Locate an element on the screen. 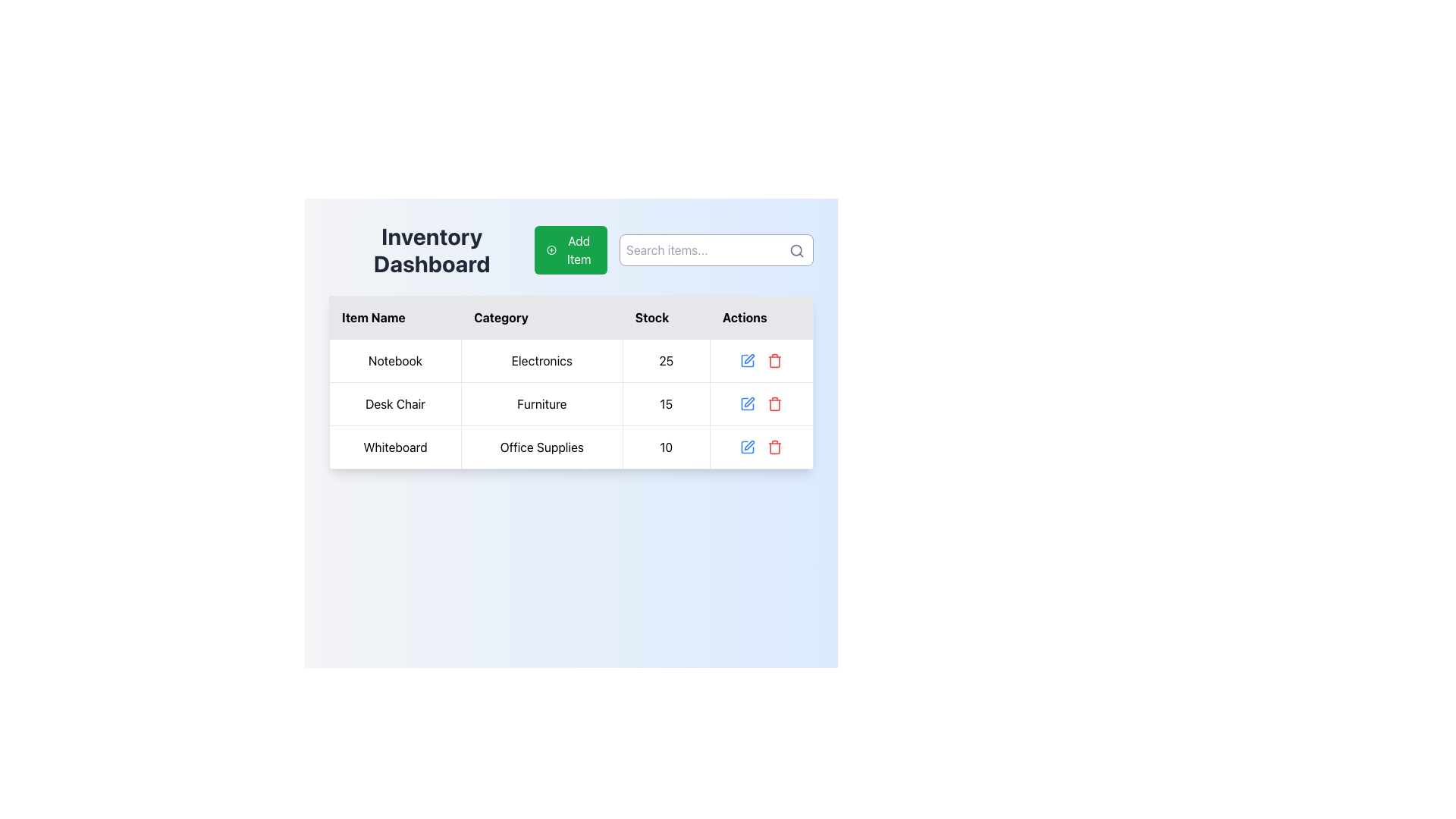 The image size is (1456, 819). individual icons within the Icon Group element located in the 'Actions' column of the second row corresponding to the 'Desk Chair' item is located at coordinates (761, 403).